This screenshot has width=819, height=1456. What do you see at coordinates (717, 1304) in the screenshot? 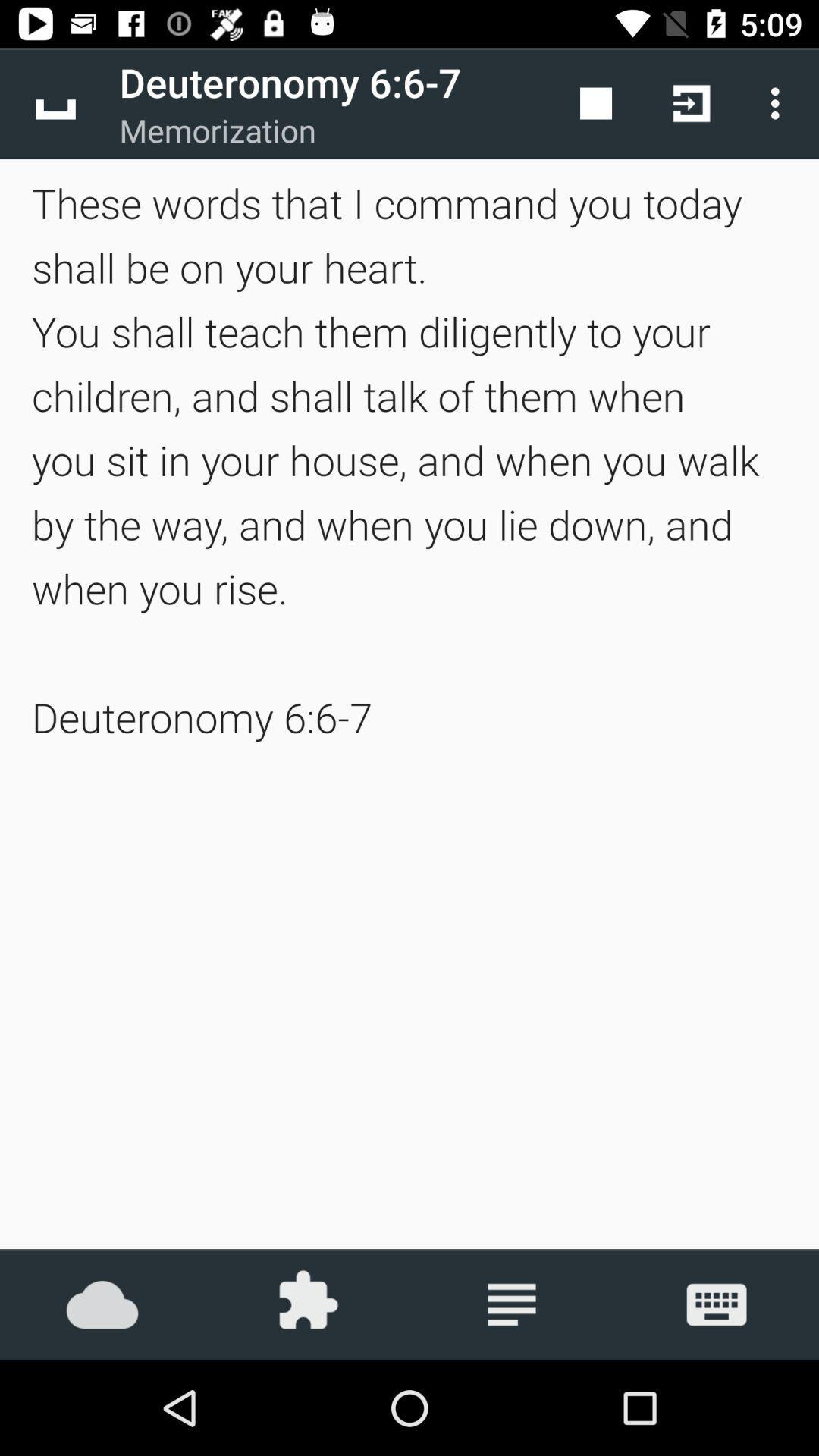
I see `keyboard` at bounding box center [717, 1304].